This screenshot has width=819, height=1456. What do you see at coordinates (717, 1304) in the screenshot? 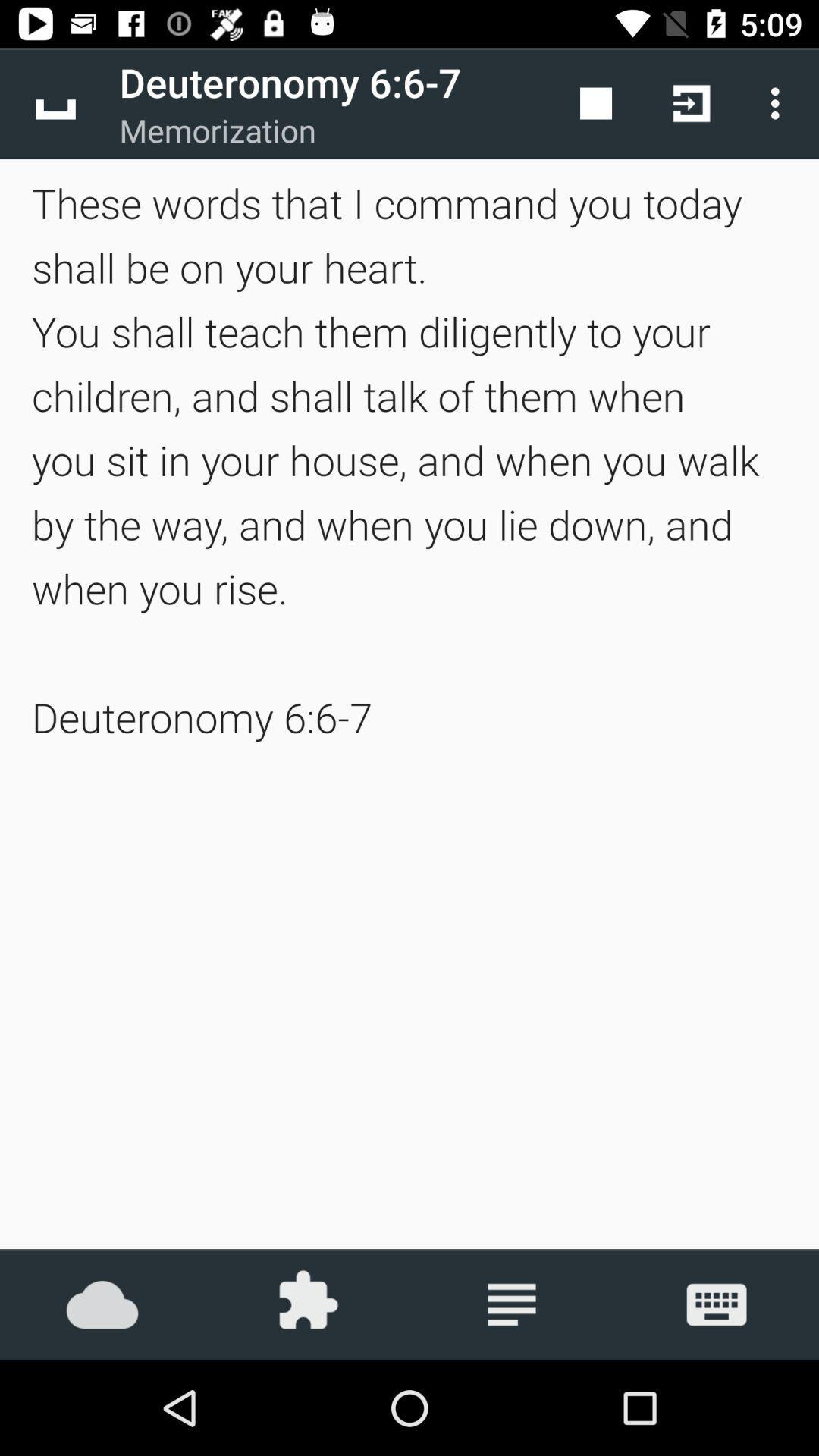
I see `keyboard` at bounding box center [717, 1304].